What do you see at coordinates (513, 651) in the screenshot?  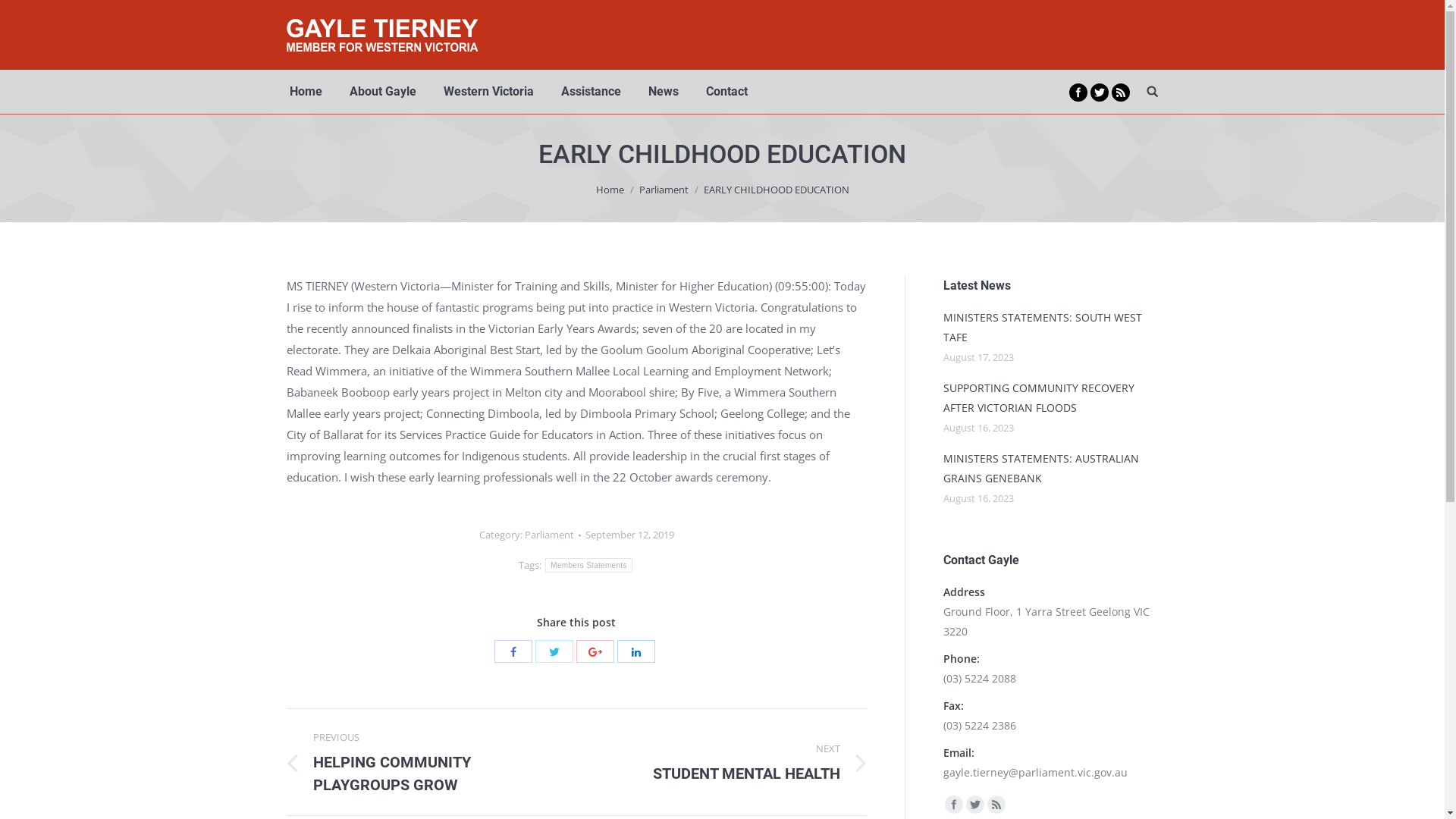 I see `'Facebook'` at bounding box center [513, 651].